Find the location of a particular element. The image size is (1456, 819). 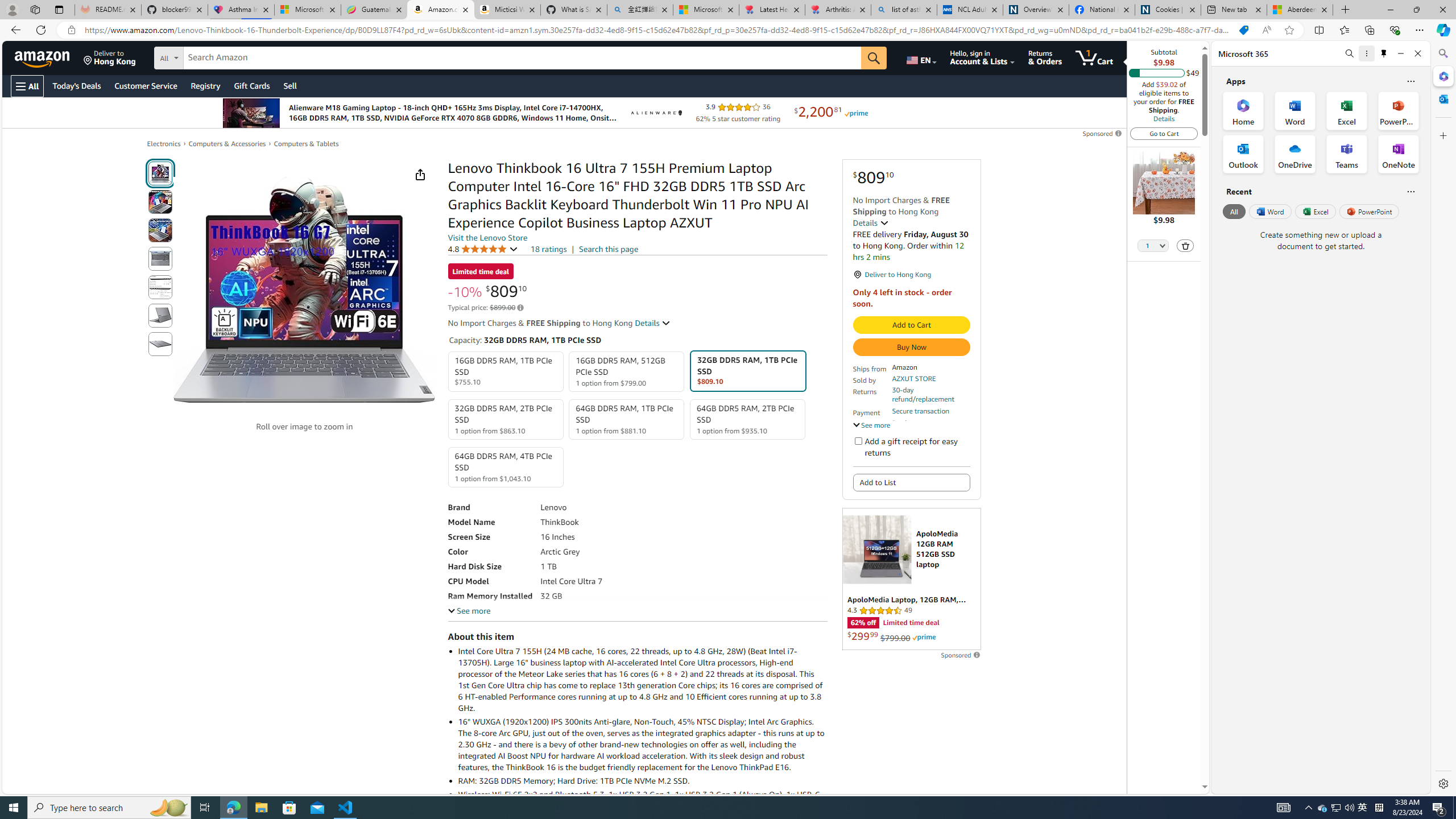

'Add a gift receipt for easy returns' is located at coordinates (858, 440).